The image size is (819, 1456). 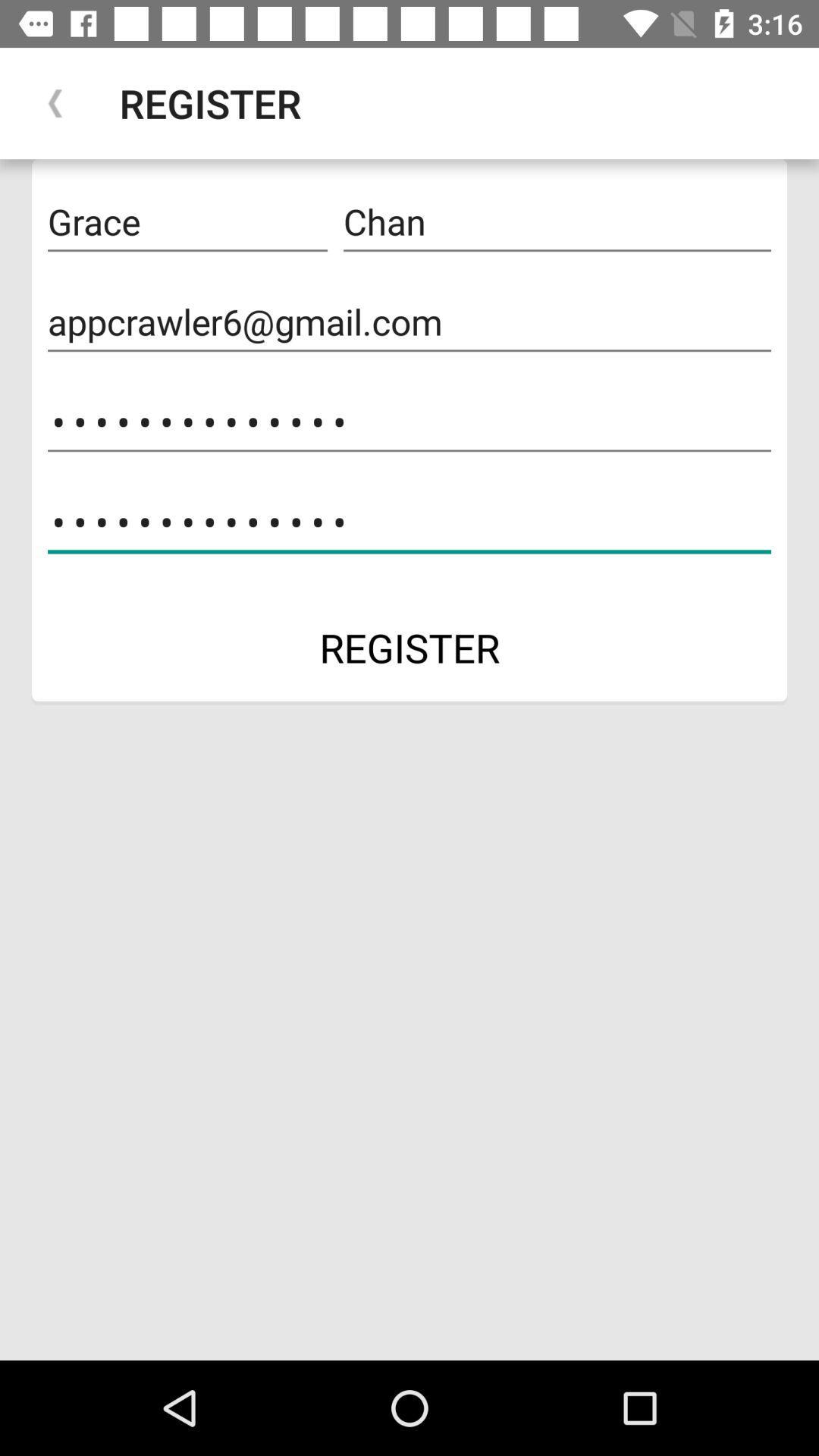 I want to click on icon to the left of the chan, so click(x=187, y=221).